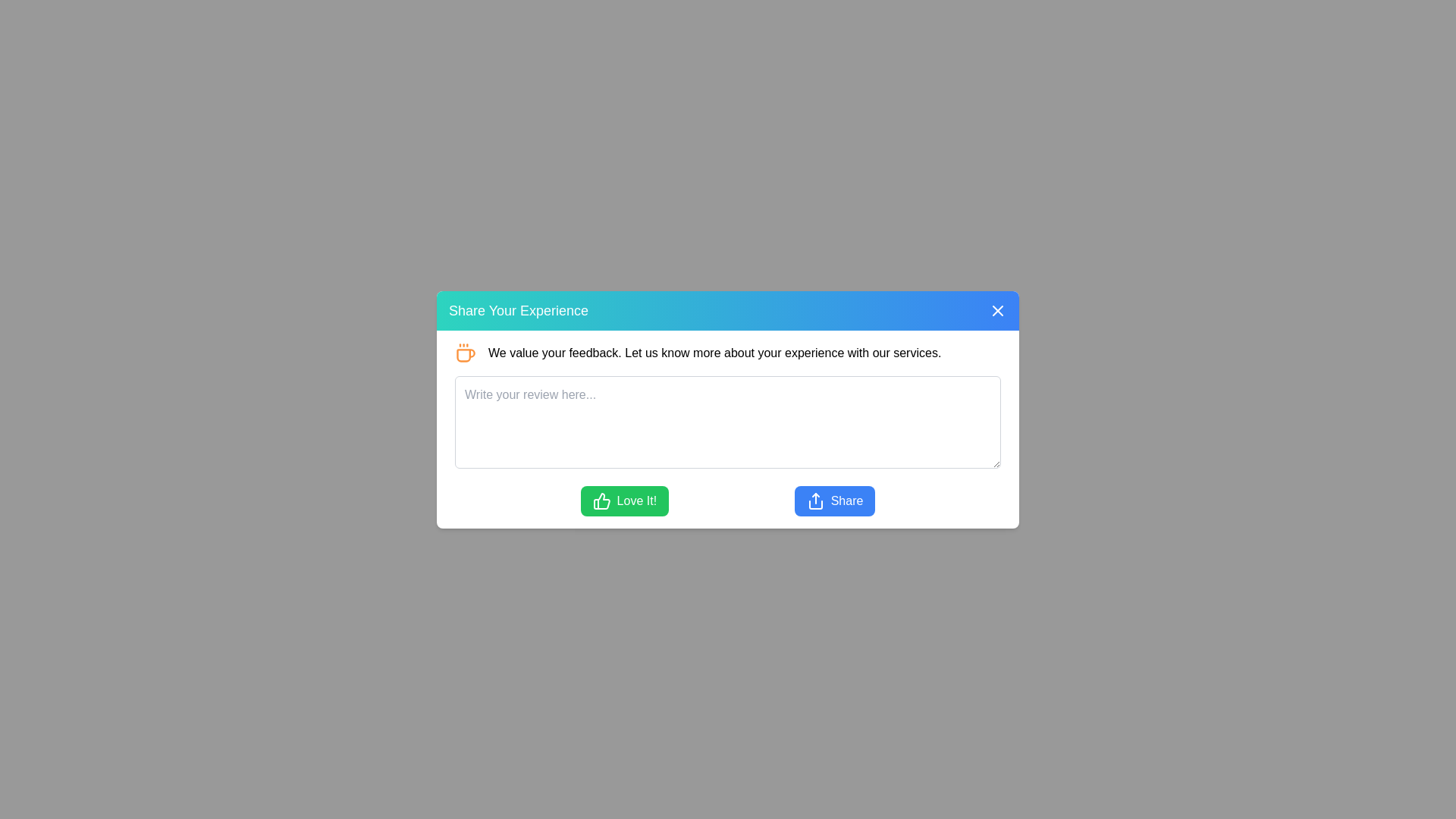 The width and height of the screenshot is (1456, 819). Describe the element at coordinates (833, 500) in the screenshot. I see `the 'Share' button with a blue background and upward-pointing arrow icon` at that location.